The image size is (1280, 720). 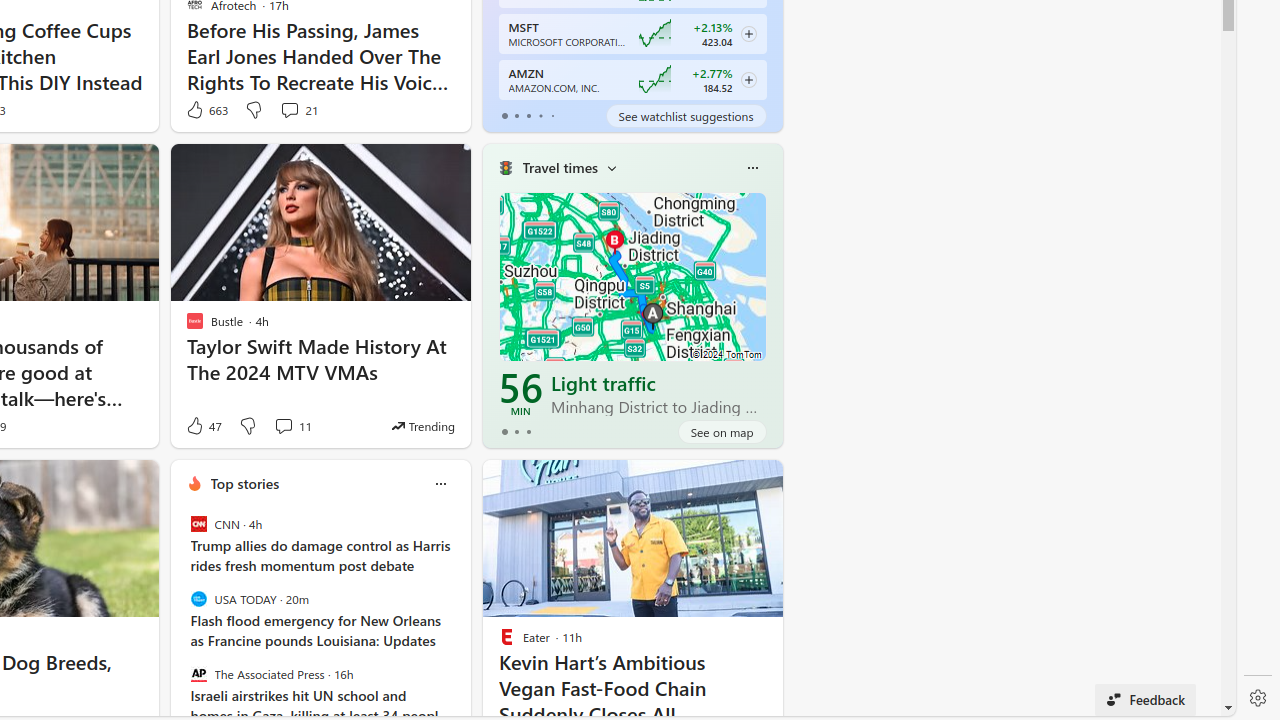 What do you see at coordinates (631, 78) in the screenshot?
I see `'AMZN AMAZON.COM, INC. ‎+2.77%‎ 184.52'` at bounding box center [631, 78].